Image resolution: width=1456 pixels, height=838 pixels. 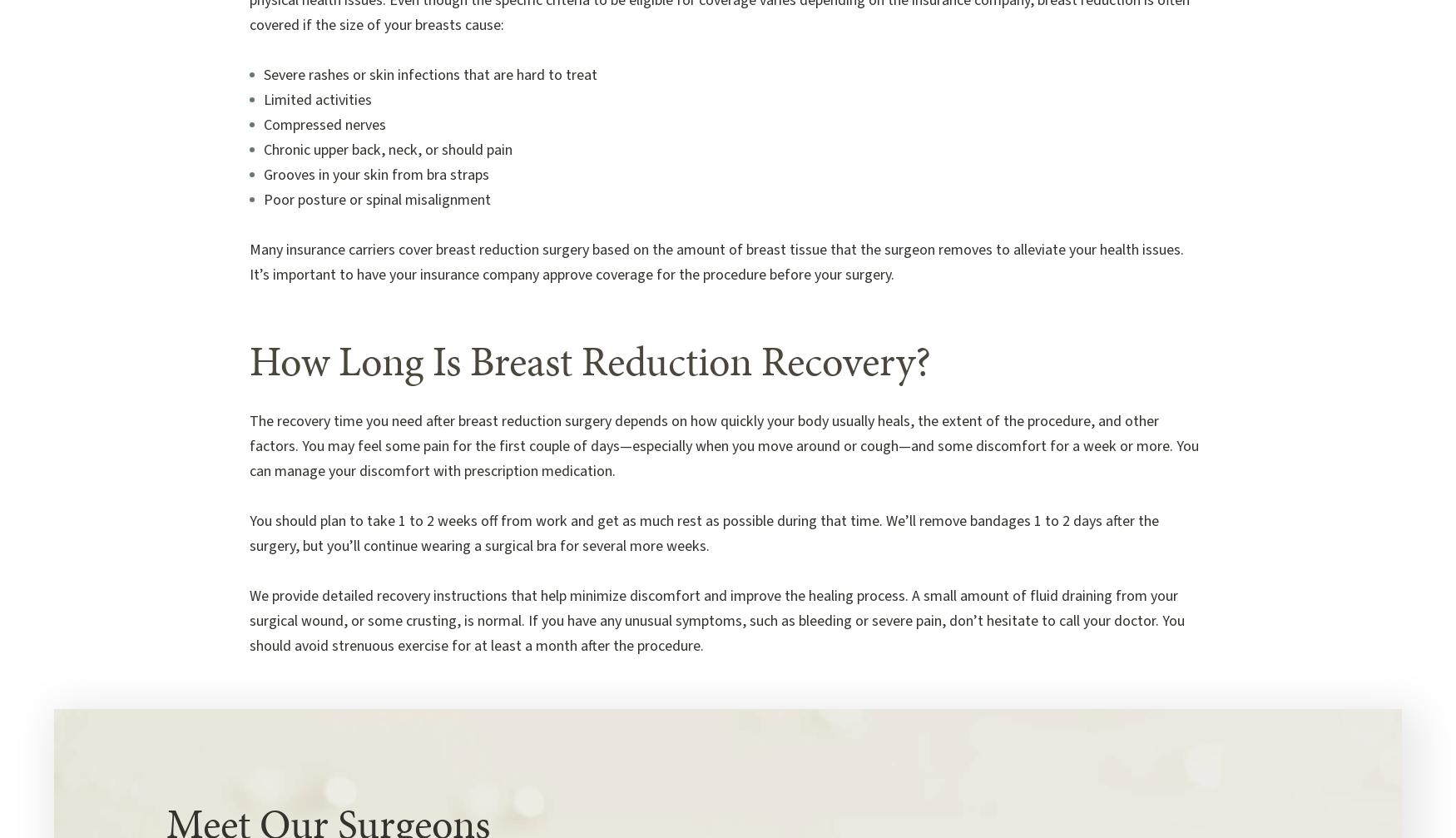 What do you see at coordinates (248, 445) in the screenshot?
I see `'The recovery time you need after breast reduction surgery depends on how quickly your body usually heals, the extent of the procedure, and other factors. You may feel some pain for the first couple of days—especially when you move around or cough—and some discomfort for a week or more. You can manage your discomfort with prescription medication.'` at bounding box center [248, 445].